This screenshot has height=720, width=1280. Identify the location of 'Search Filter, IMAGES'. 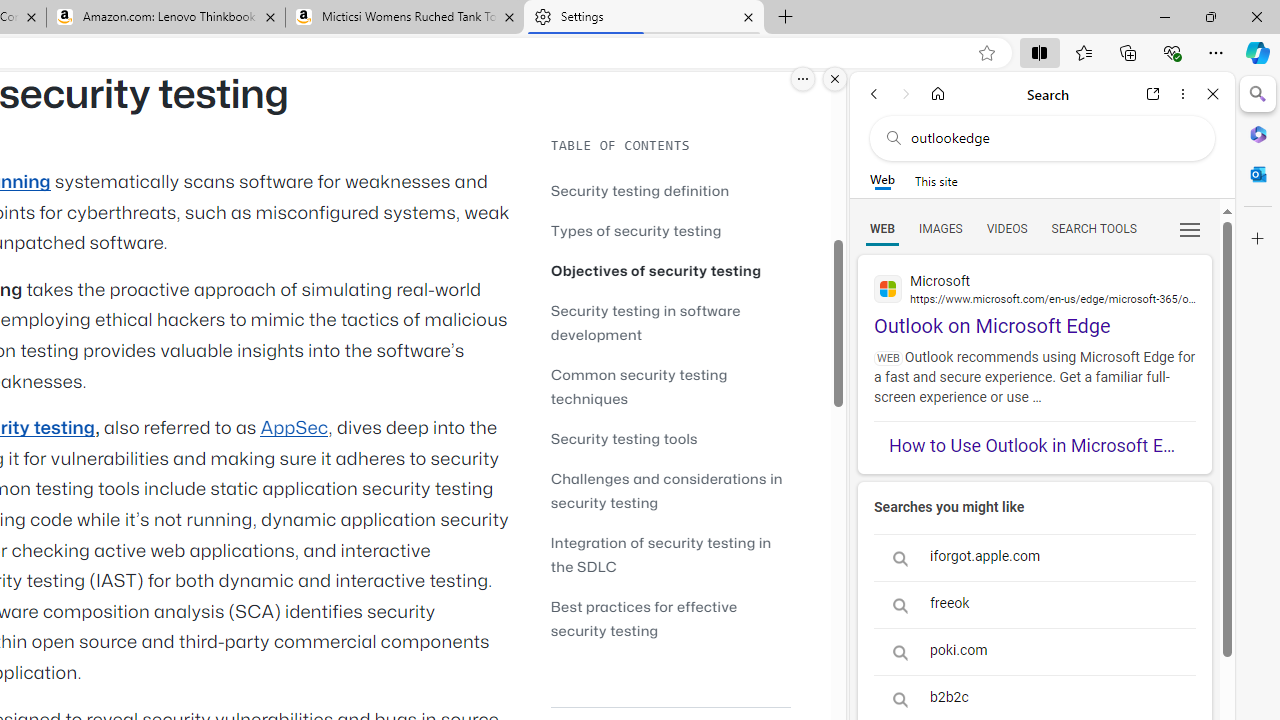
(939, 227).